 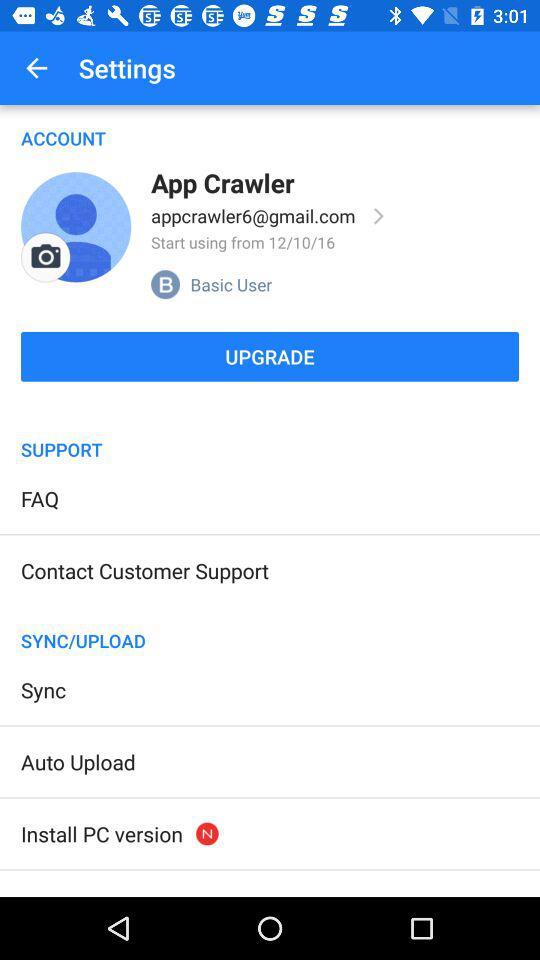 I want to click on item above the upgrade icon, so click(x=75, y=227).